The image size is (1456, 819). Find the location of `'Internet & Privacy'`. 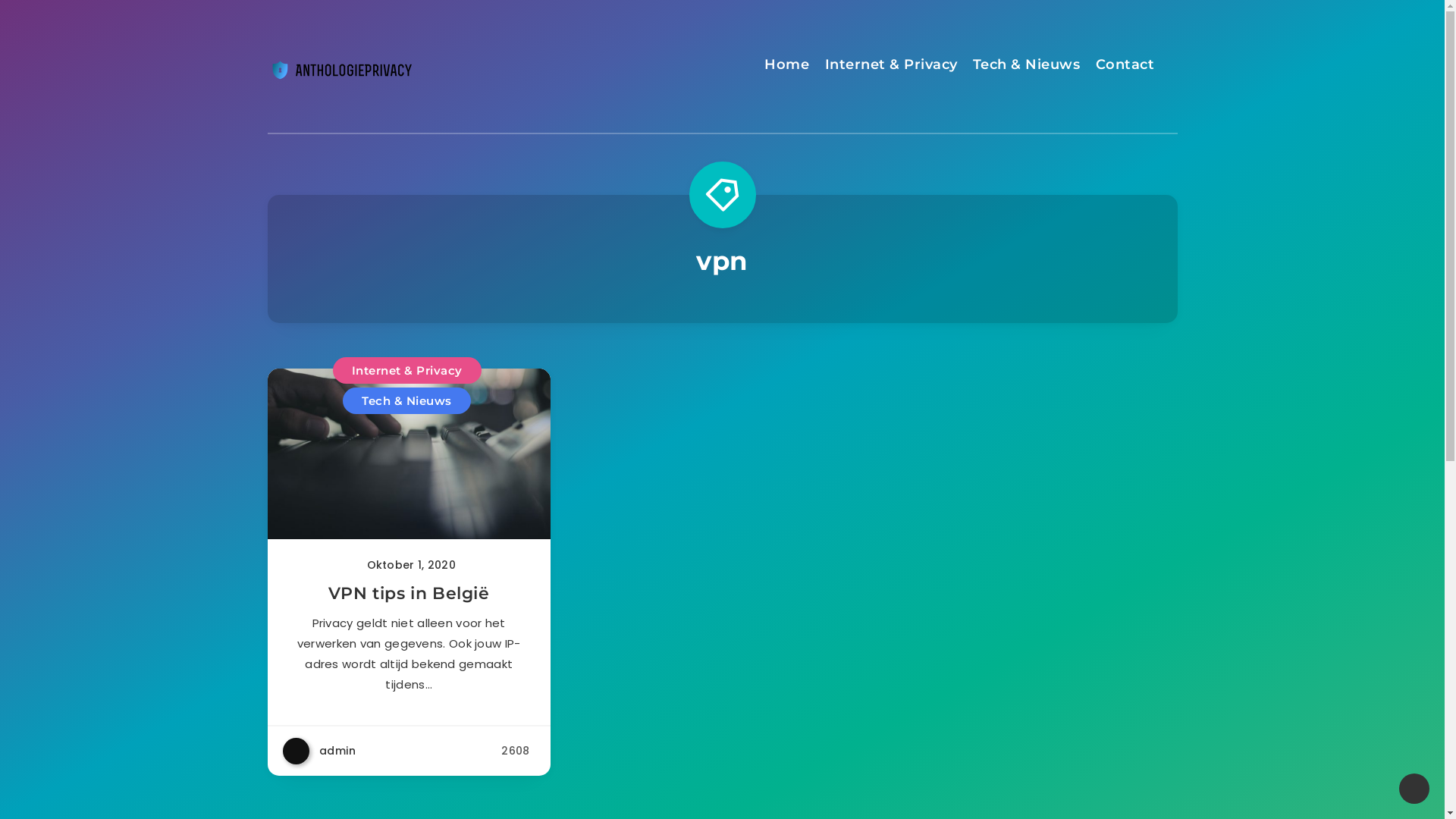

'Internet & Privacy' is located at coordinates (891, 65).